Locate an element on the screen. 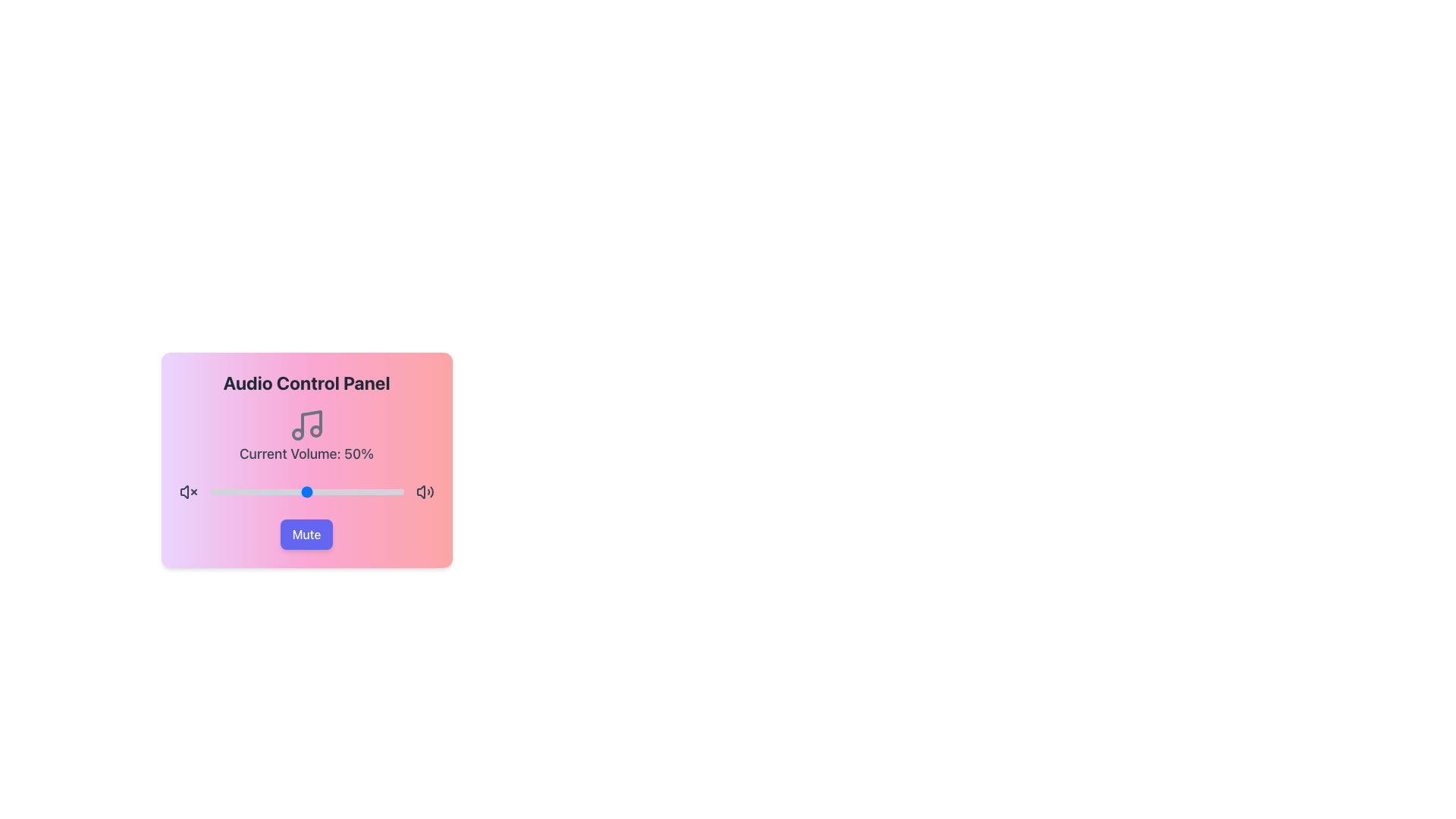 The height and width of the screenshot is (819, 1456). the volume is located at coordinates (295, 491).